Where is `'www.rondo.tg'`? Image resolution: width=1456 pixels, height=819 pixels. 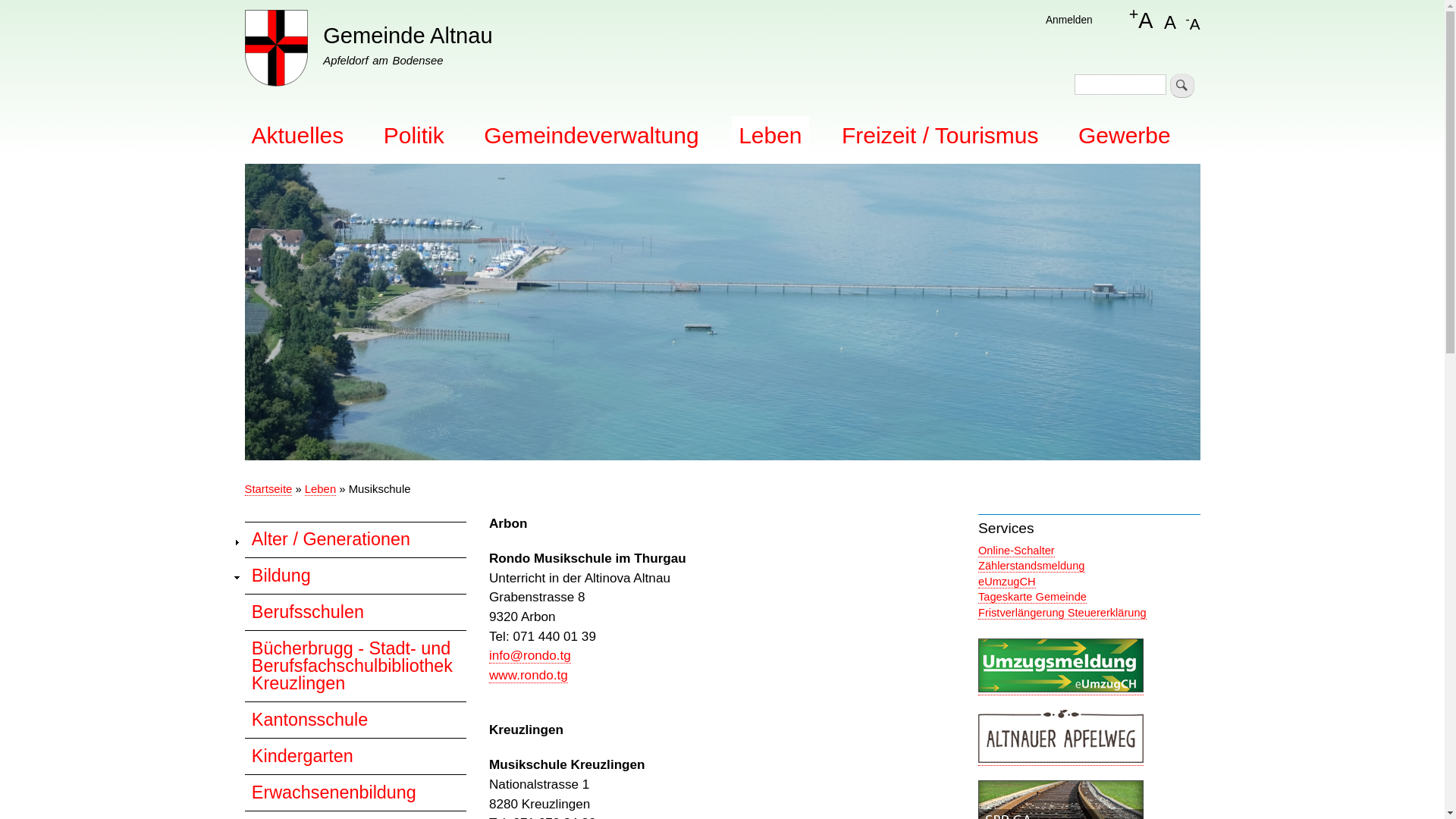 'www.rondo.tg' is located at coordinates (528, 674).